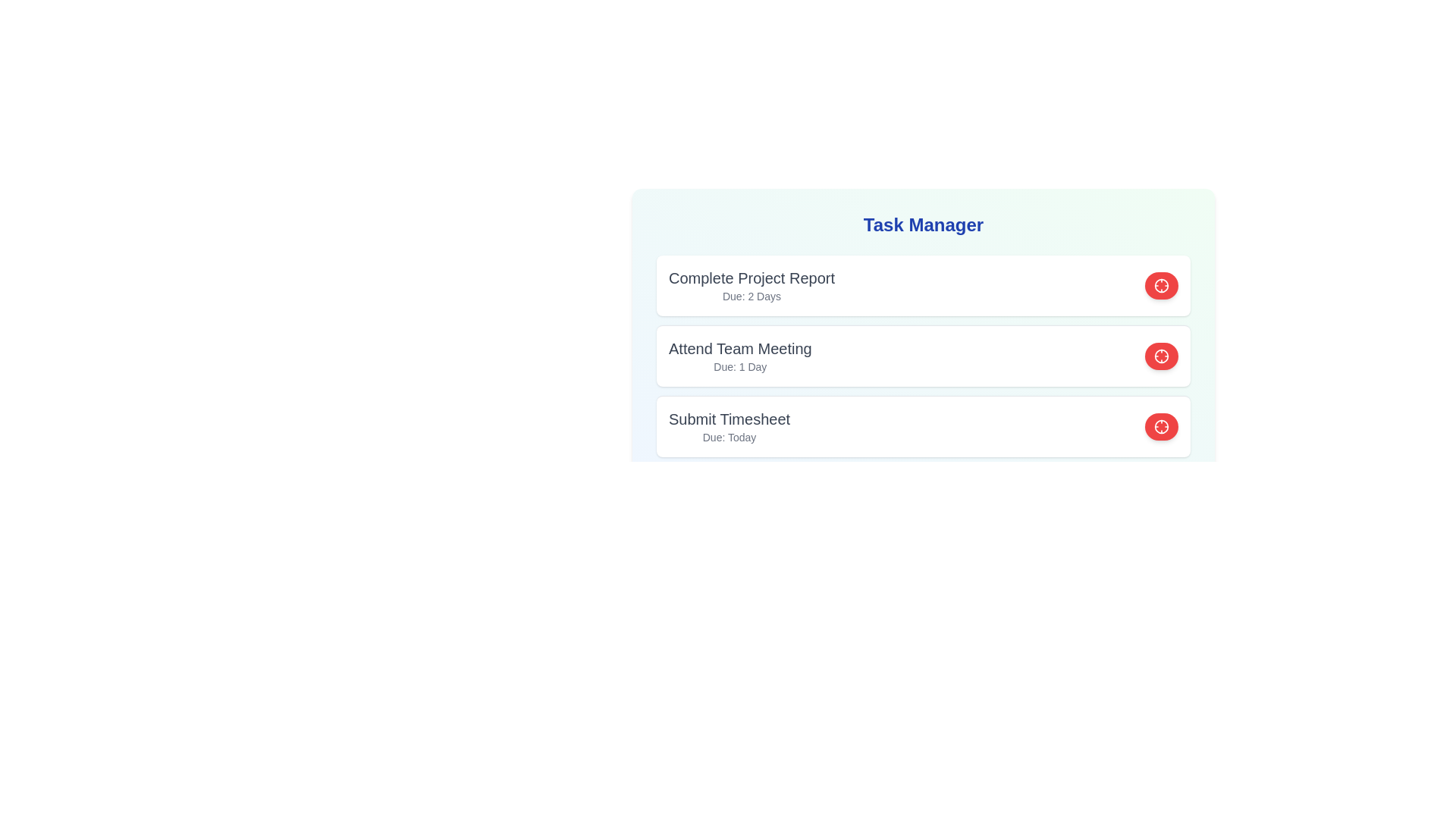 This screenshot has width=1456, height=819. What do you see at coordinates (1160, 356) in the screenshot?
I see `the icon button located in the right section of the third task item card labeled 'Submit Timesheet' to interact with the task action` at bounding box center [1160, 356].